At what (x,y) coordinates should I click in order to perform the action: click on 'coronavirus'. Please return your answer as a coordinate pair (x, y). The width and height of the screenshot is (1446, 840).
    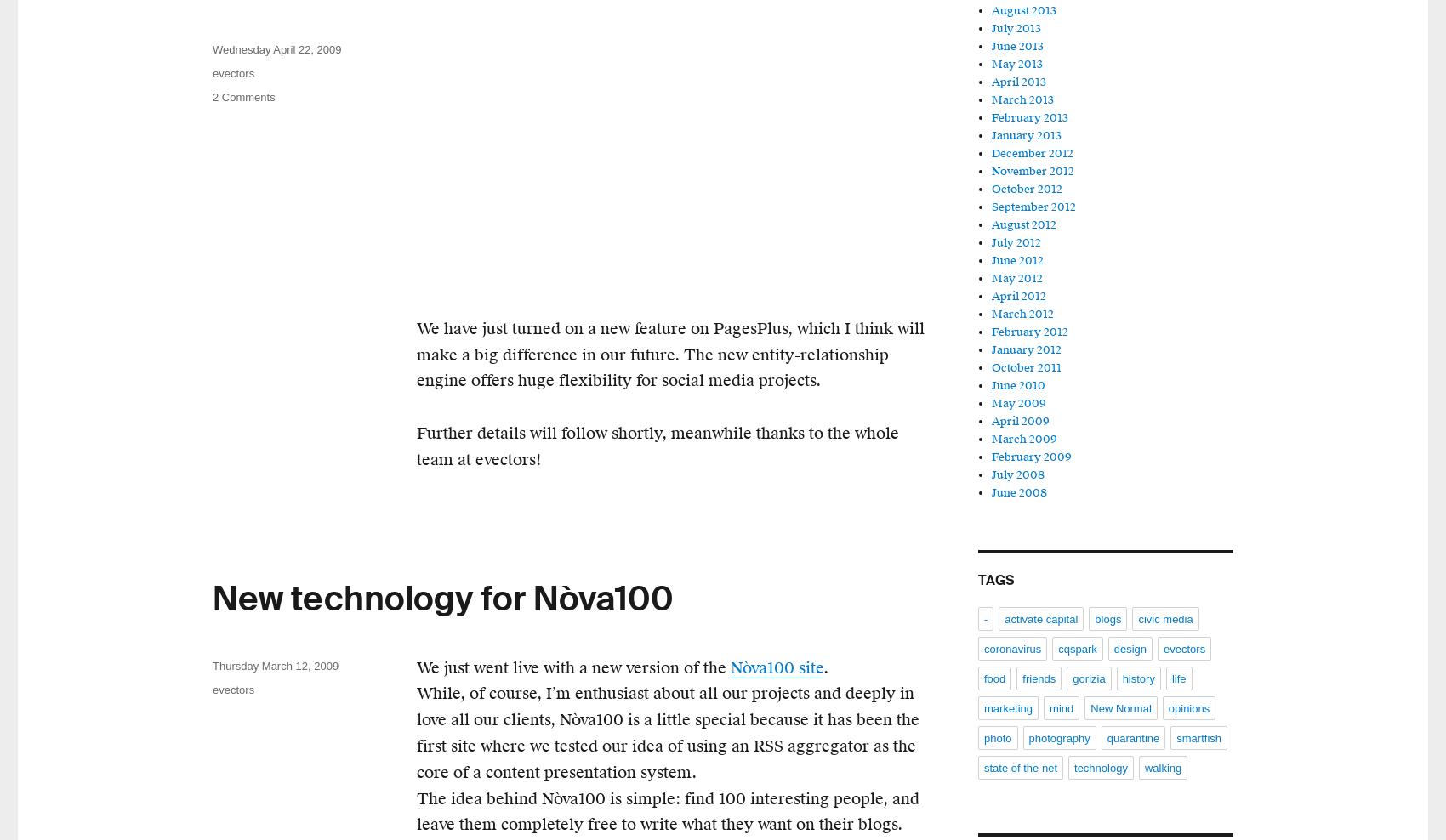
    Looking at the image, I should click on (1011, 648).